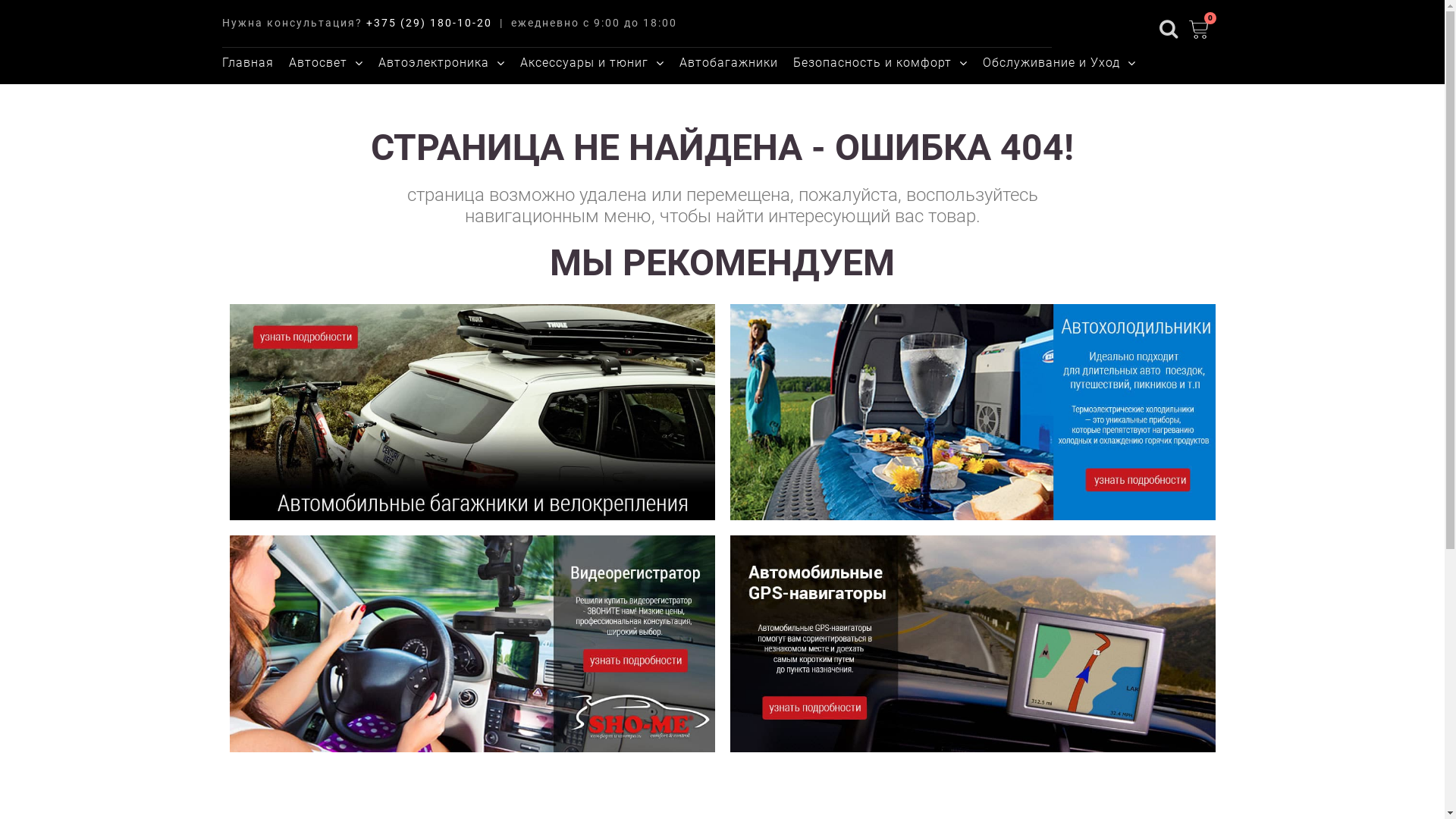 Image resolution: width=1456 pixels, height=819 pixels. What do you see at coordinates (428, 23) in the screenshot?
I see `'+375 (29) 180-10-20'` at bounding box center [428, 23].